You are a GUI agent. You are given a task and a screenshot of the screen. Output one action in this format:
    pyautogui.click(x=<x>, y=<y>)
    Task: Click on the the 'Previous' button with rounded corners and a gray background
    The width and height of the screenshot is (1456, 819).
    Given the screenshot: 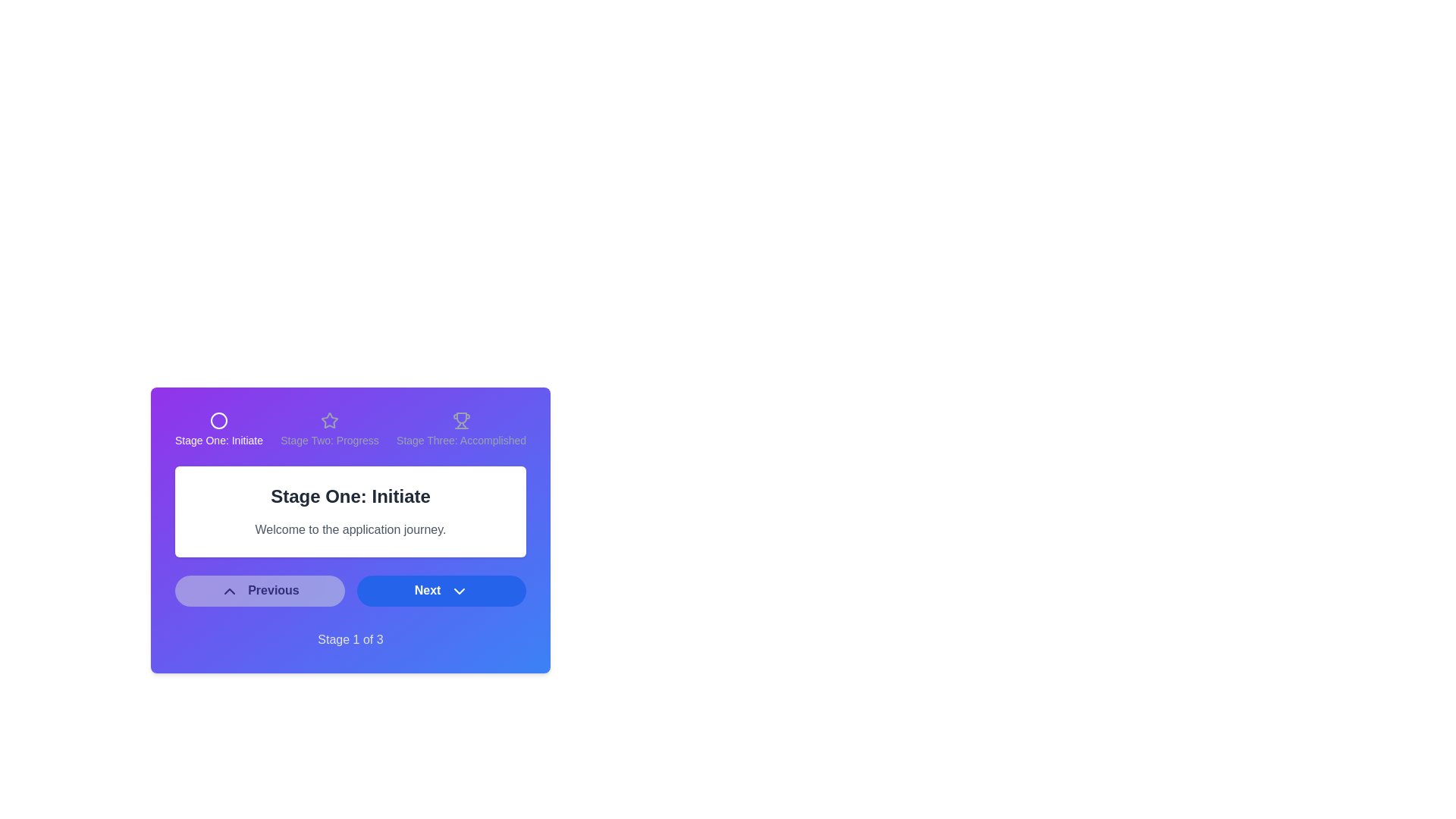 What is the action you would take?
    pyautogui.click(x=259, y=590)
    